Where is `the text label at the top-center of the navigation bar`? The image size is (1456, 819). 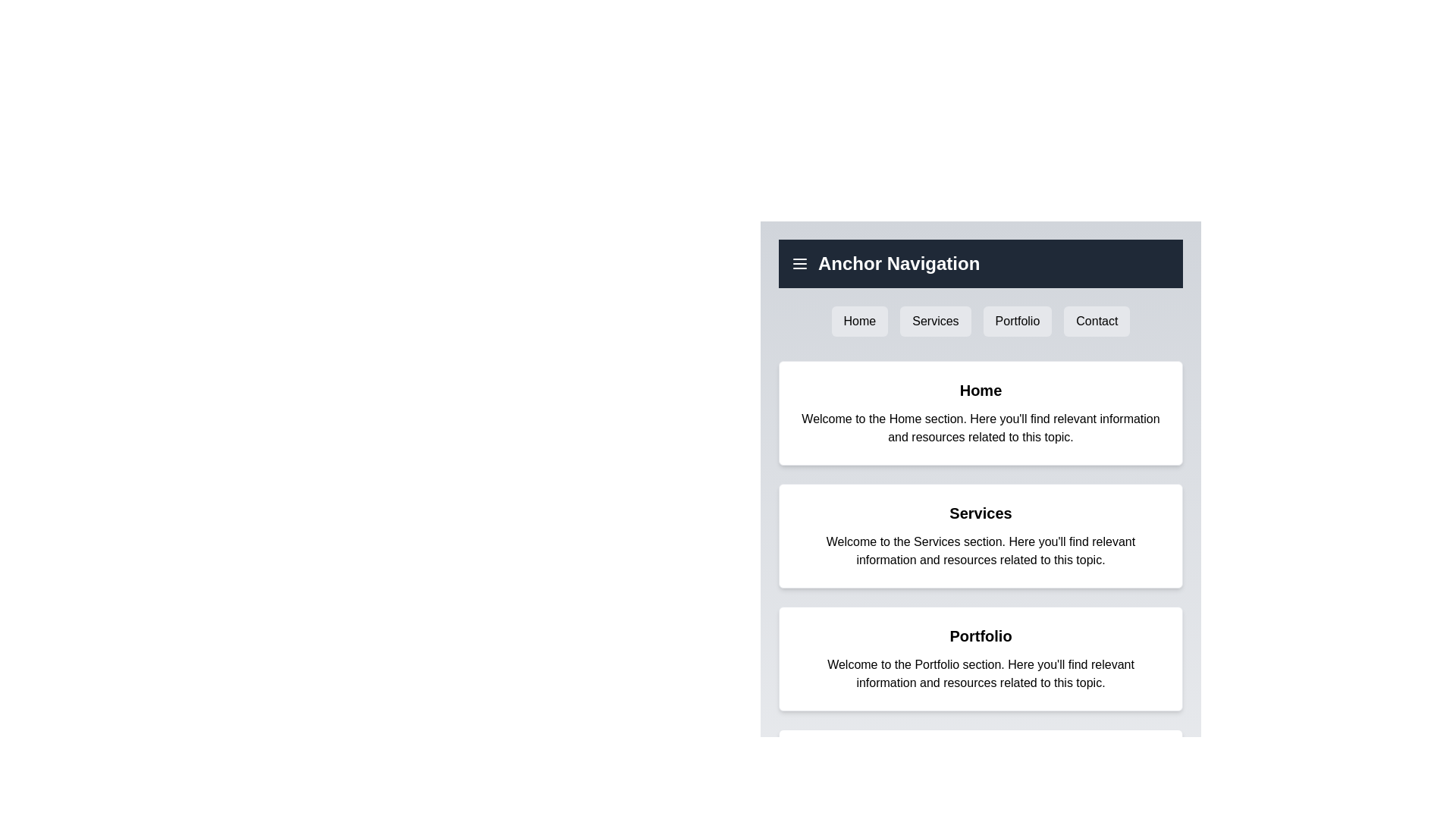
the text label at the top-center of the navigation bar is located at coordinates (899, 262).